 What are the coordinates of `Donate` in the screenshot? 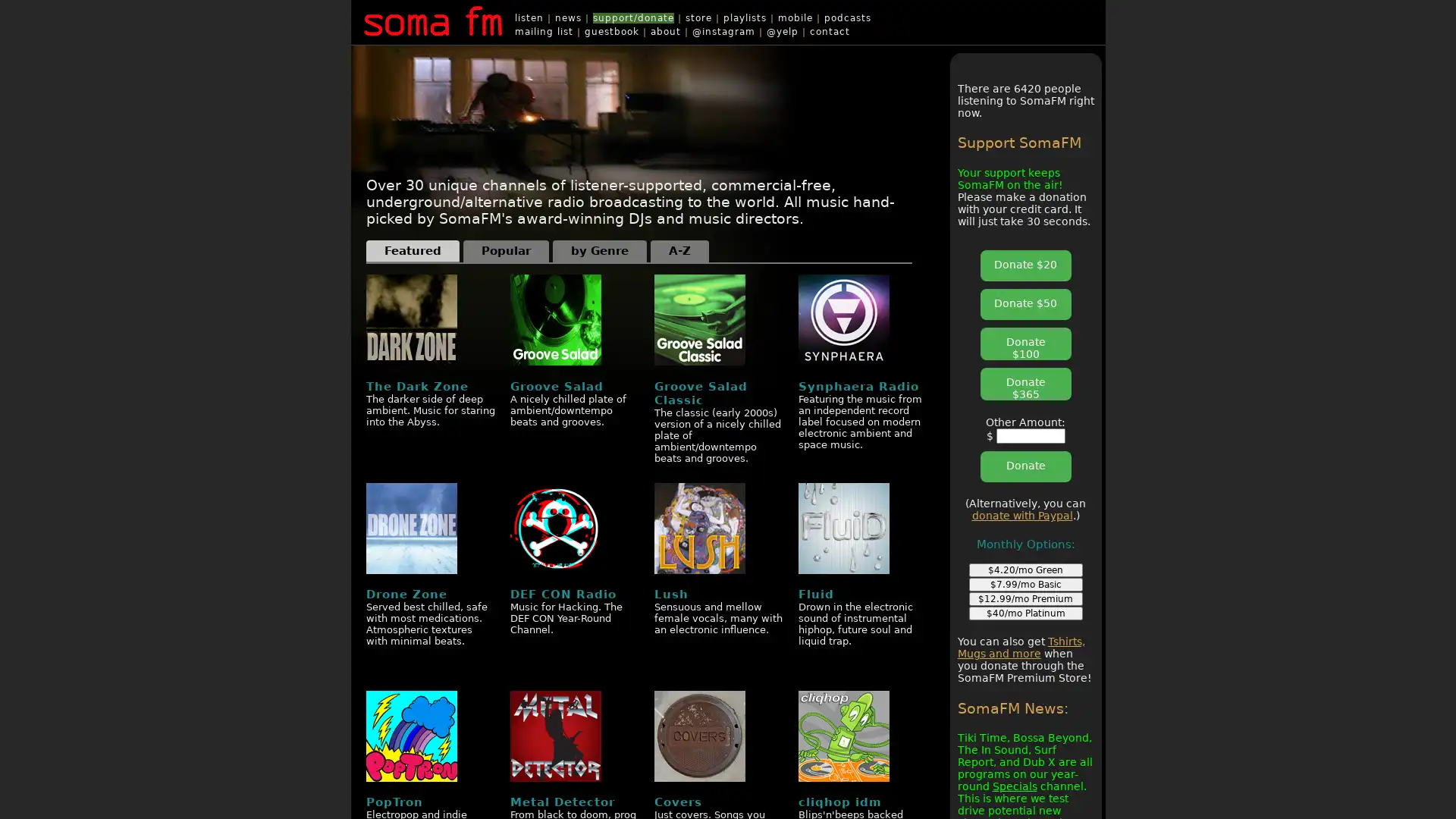 It's located at (1025, 465).